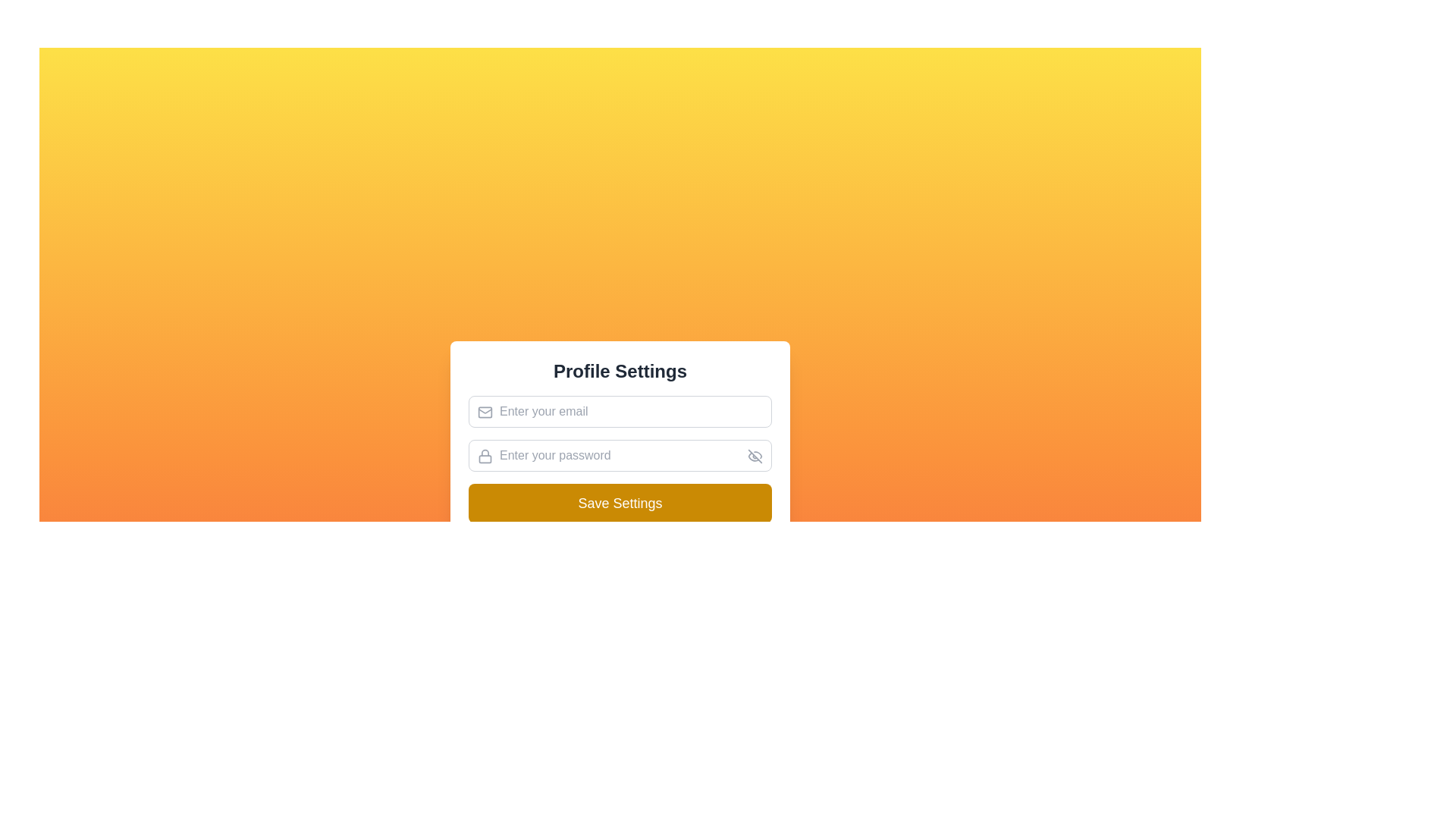 This screenshot has height=819, width=1456. Describe the element at coordinates (620, 455) in the screenshot. I see `the Password Input Field located in the middle section of the 'Save Settings' card to focus and start typing a password` at that location.